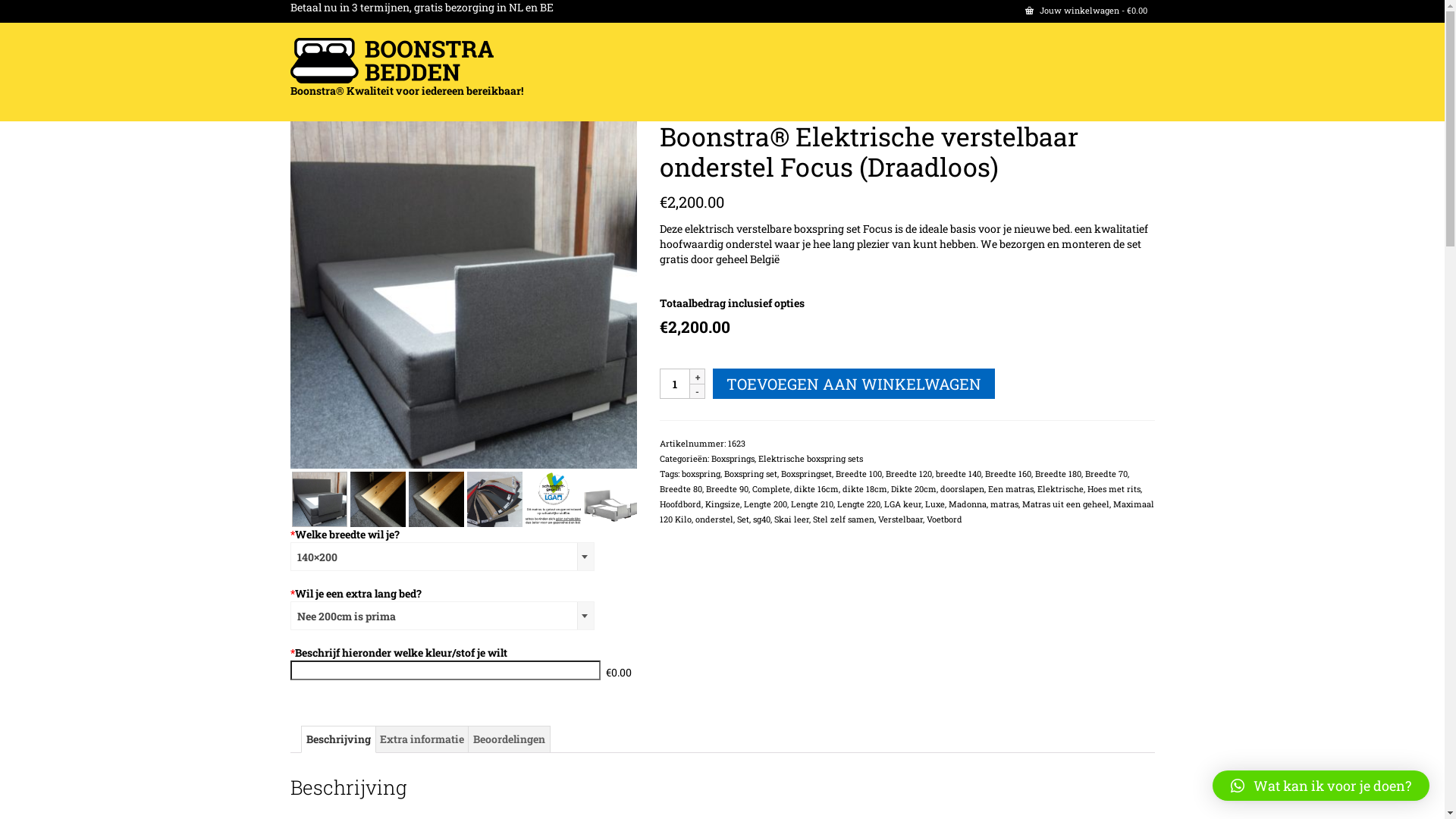 Image resolution: width=1456 pixels, height=819 pixels. I want to click on 'dikte 16cm', so click(815, 488).